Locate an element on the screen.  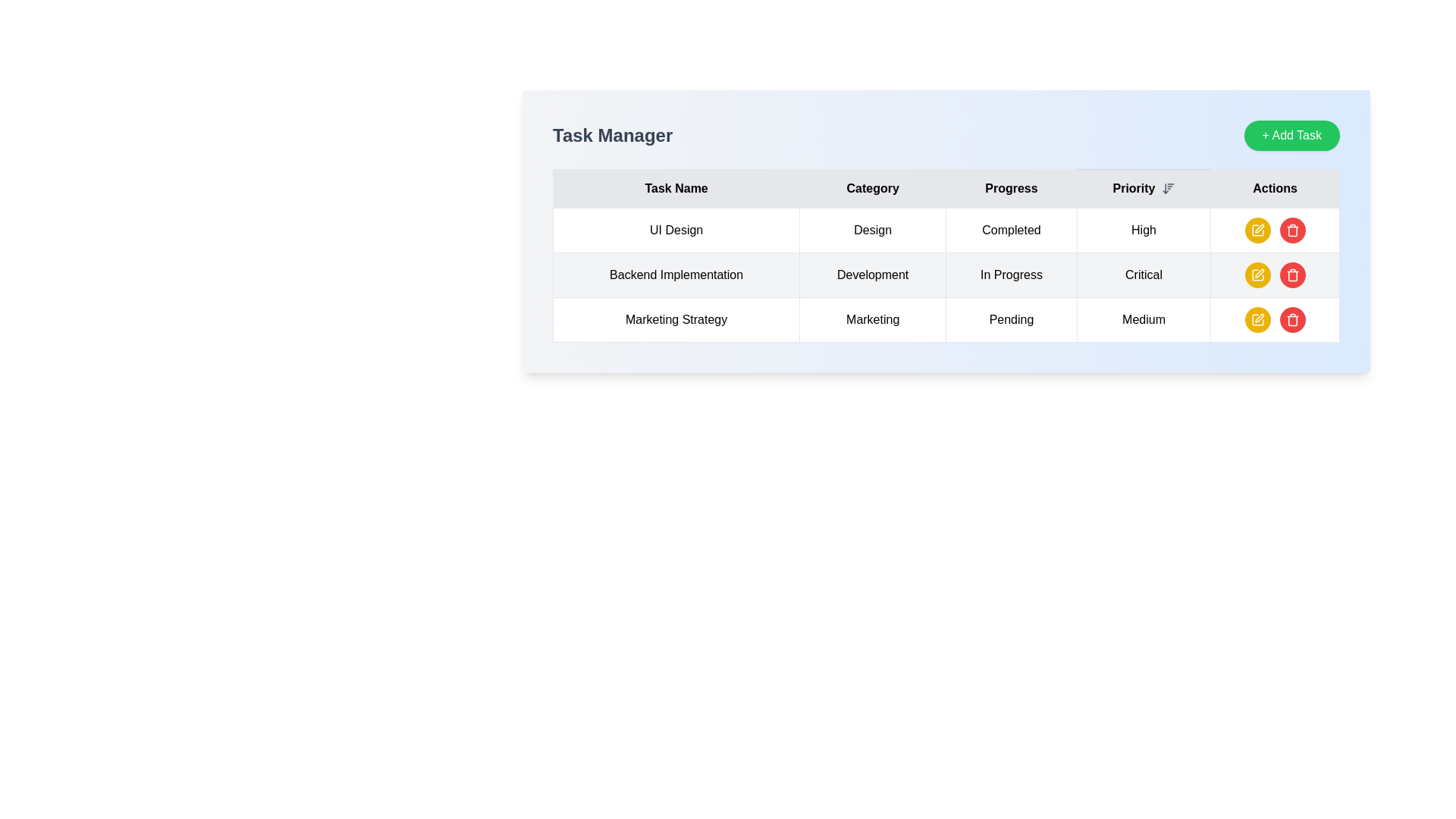
the red circular button with a white trash icon located in the 'Actions' column of the second row corresponding to the task 'Backend Implementation' to observe the hover effect is located at coordinates (1291, 275).